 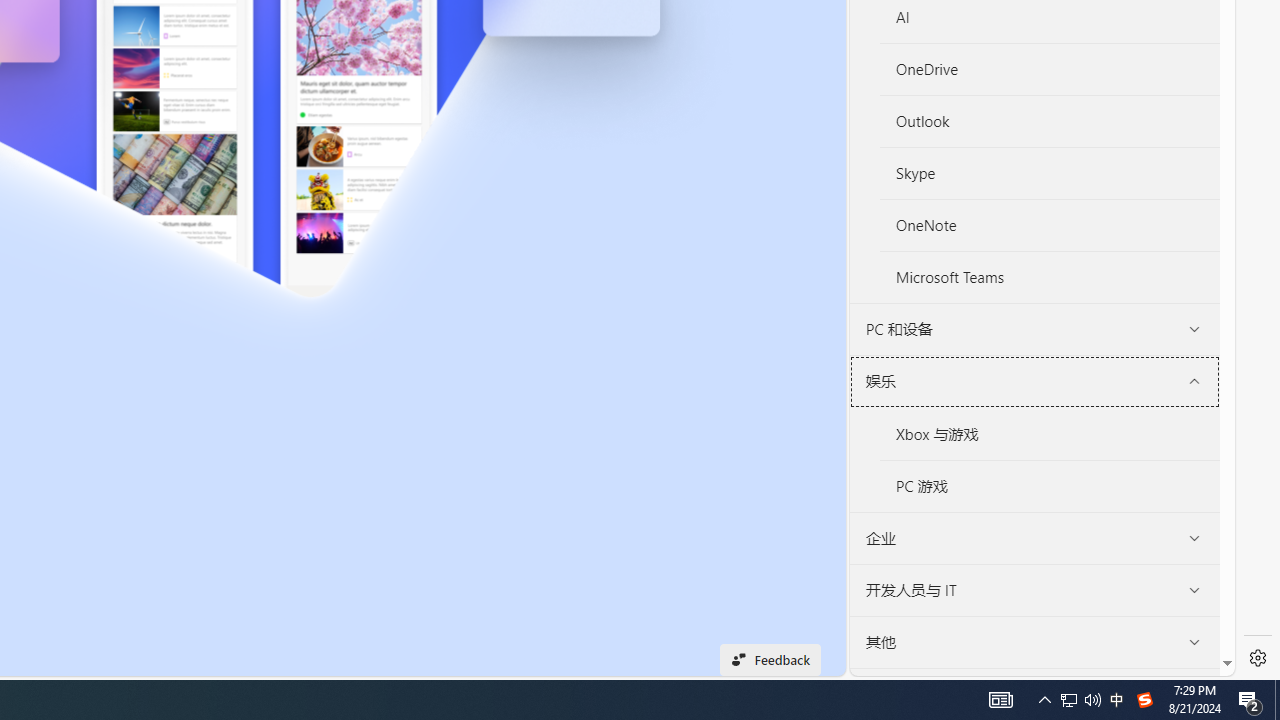 What do you see at coordinates (1049, 225) in the screenshot?
I see `'OneNote'` at bounding box center [1049, 225].